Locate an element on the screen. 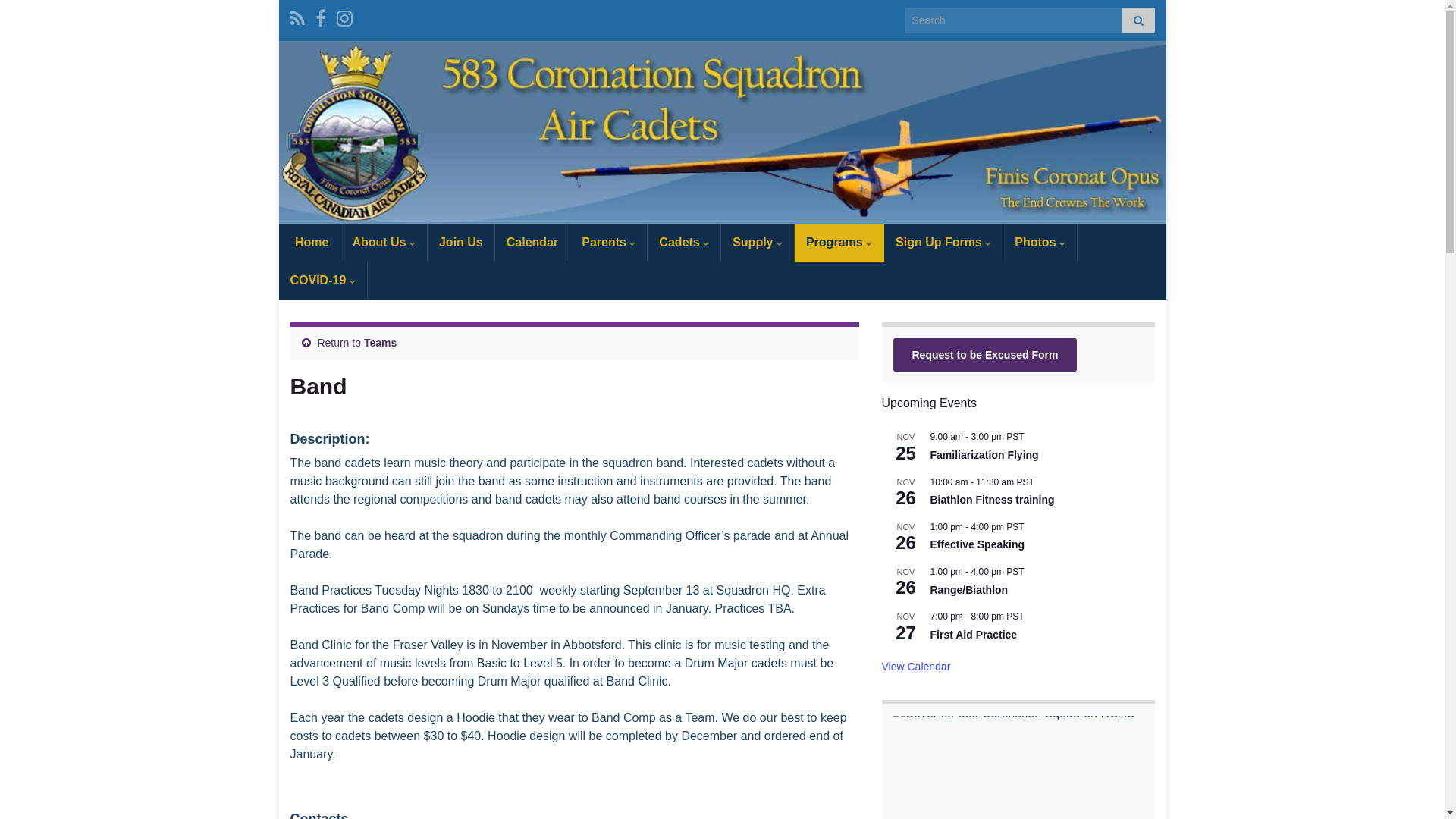 Image resolution: width=1456 pixels, height=819 pixels. 'Familiarization Flying' is located at coordinates (984, 454).